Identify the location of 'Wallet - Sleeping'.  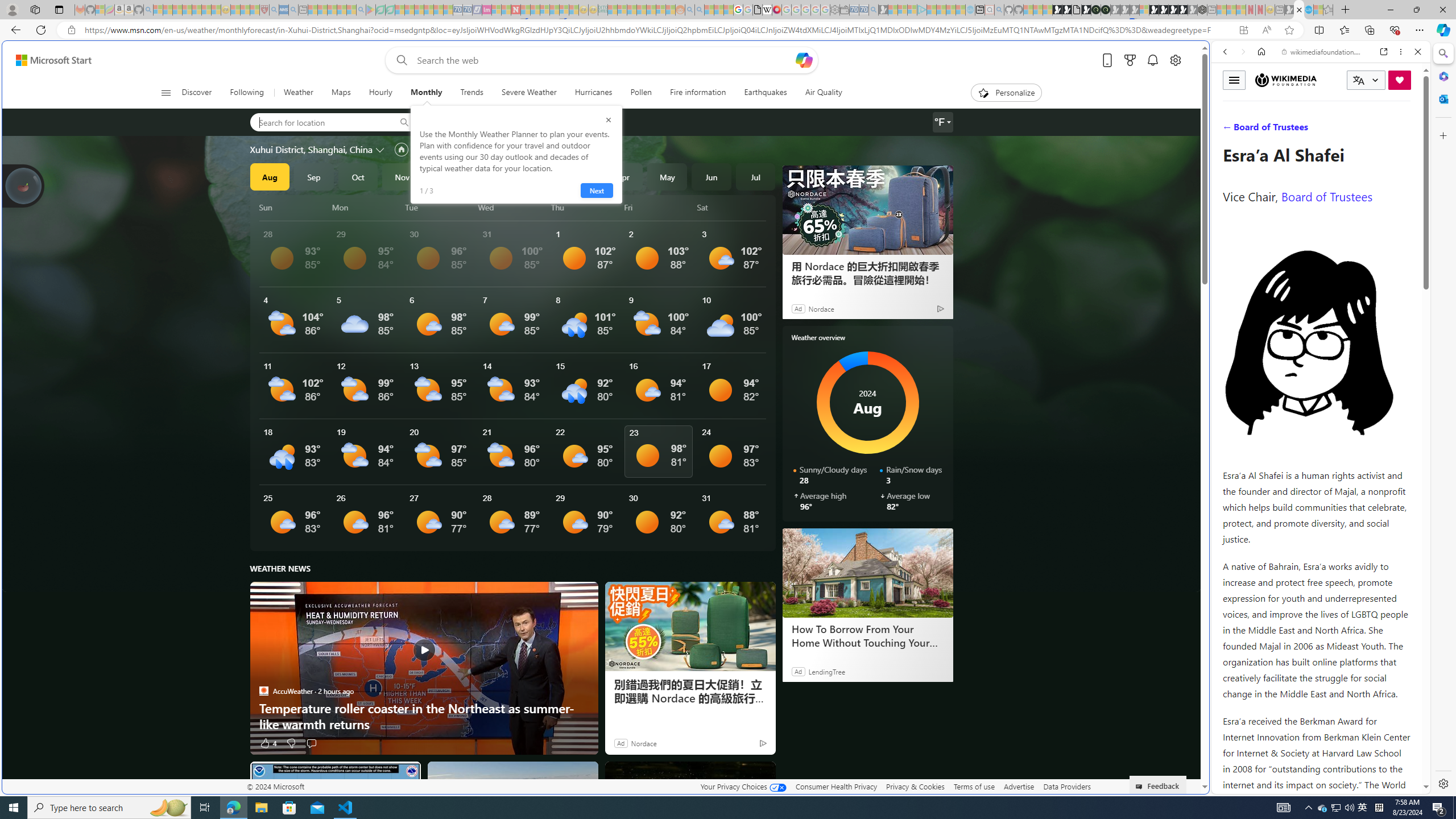
(843, 9).